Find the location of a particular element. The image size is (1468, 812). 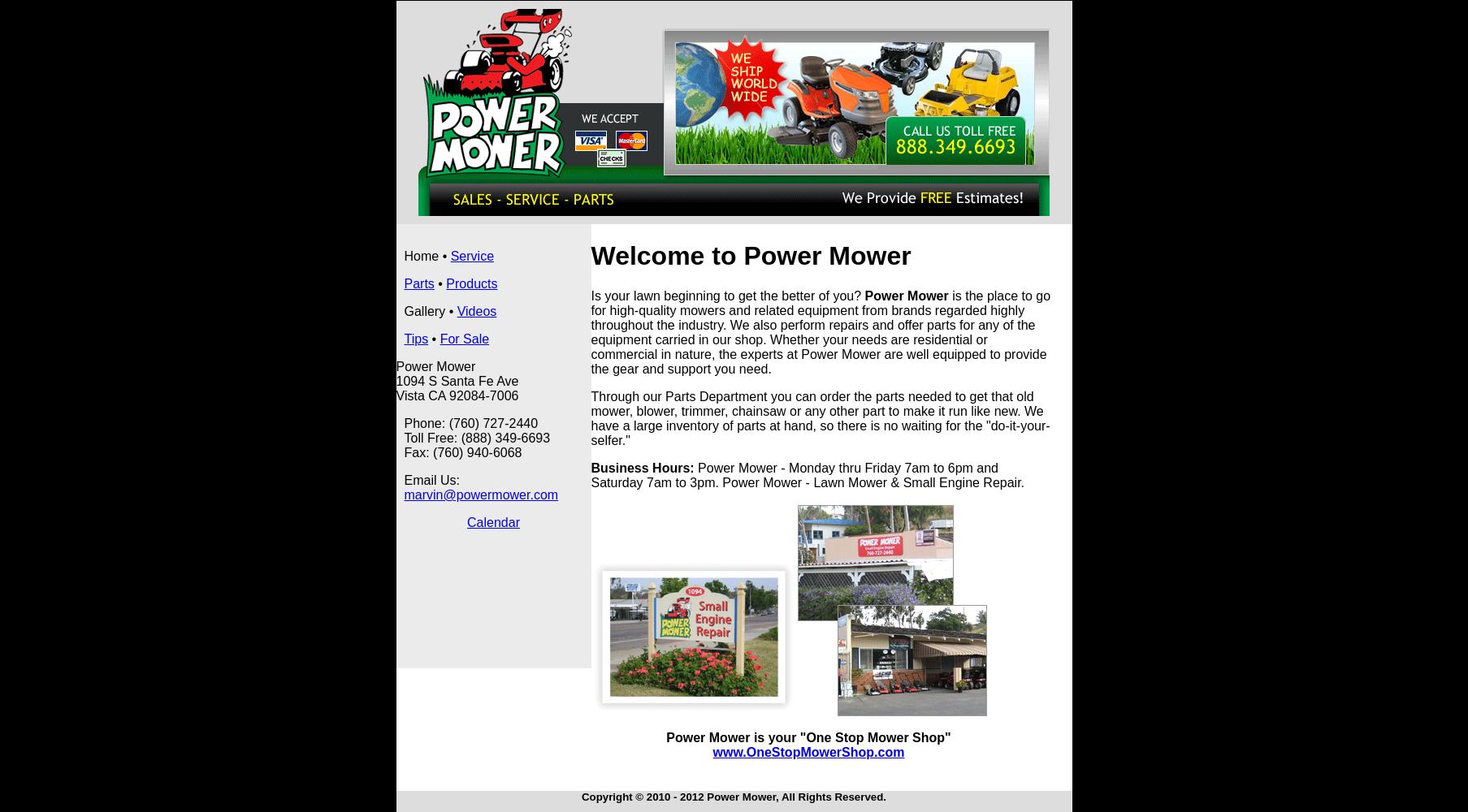

'1094 S Santa Fe Ave' is located at coordinates (457, 380).